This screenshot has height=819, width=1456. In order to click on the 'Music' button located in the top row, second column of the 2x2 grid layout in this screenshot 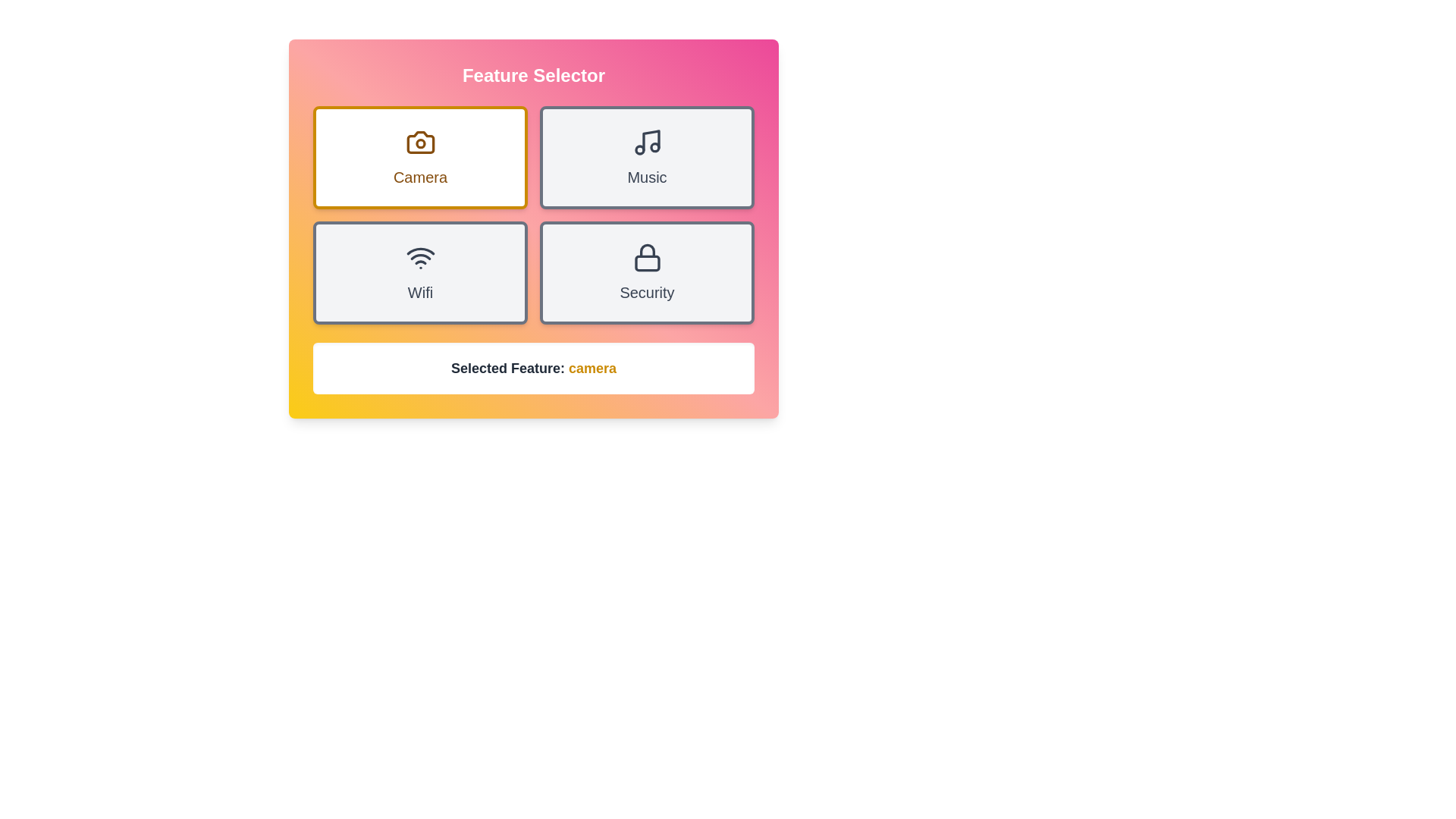, I will do `click(647, 158)`.